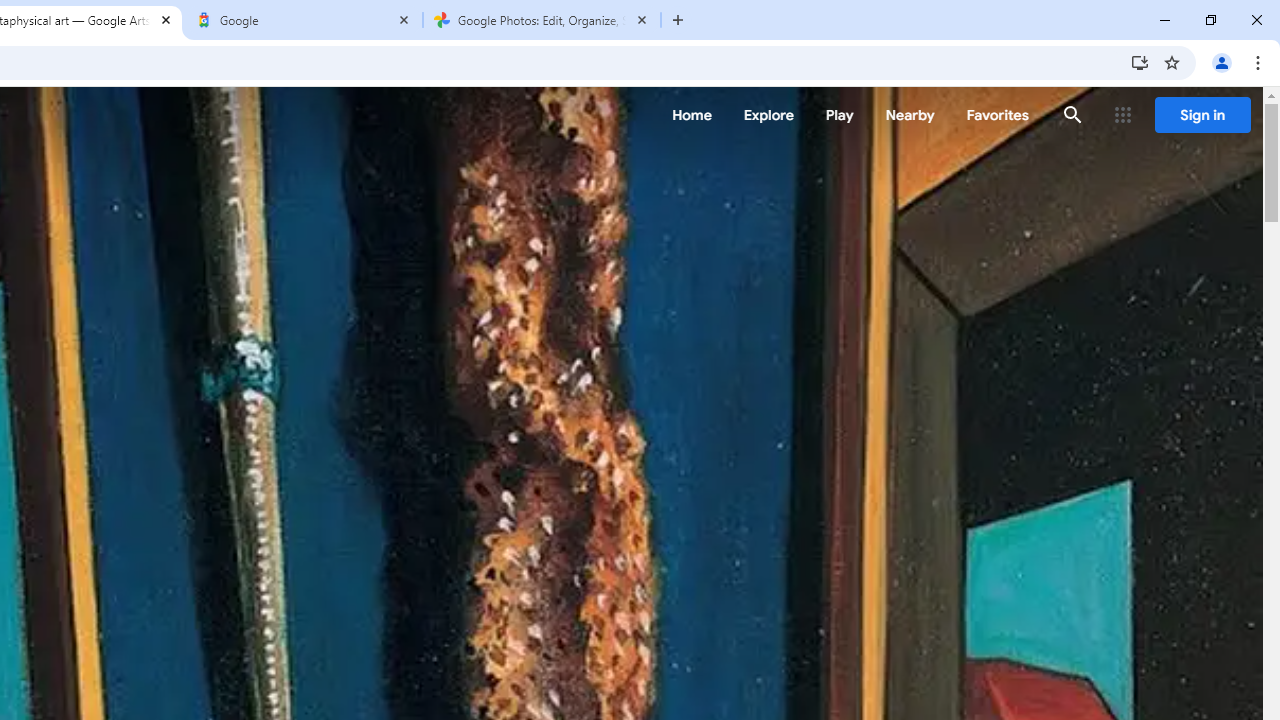 The height and width of the screenshot is (720, 1280). I want to click on 'Favorites', so click(997, 115).